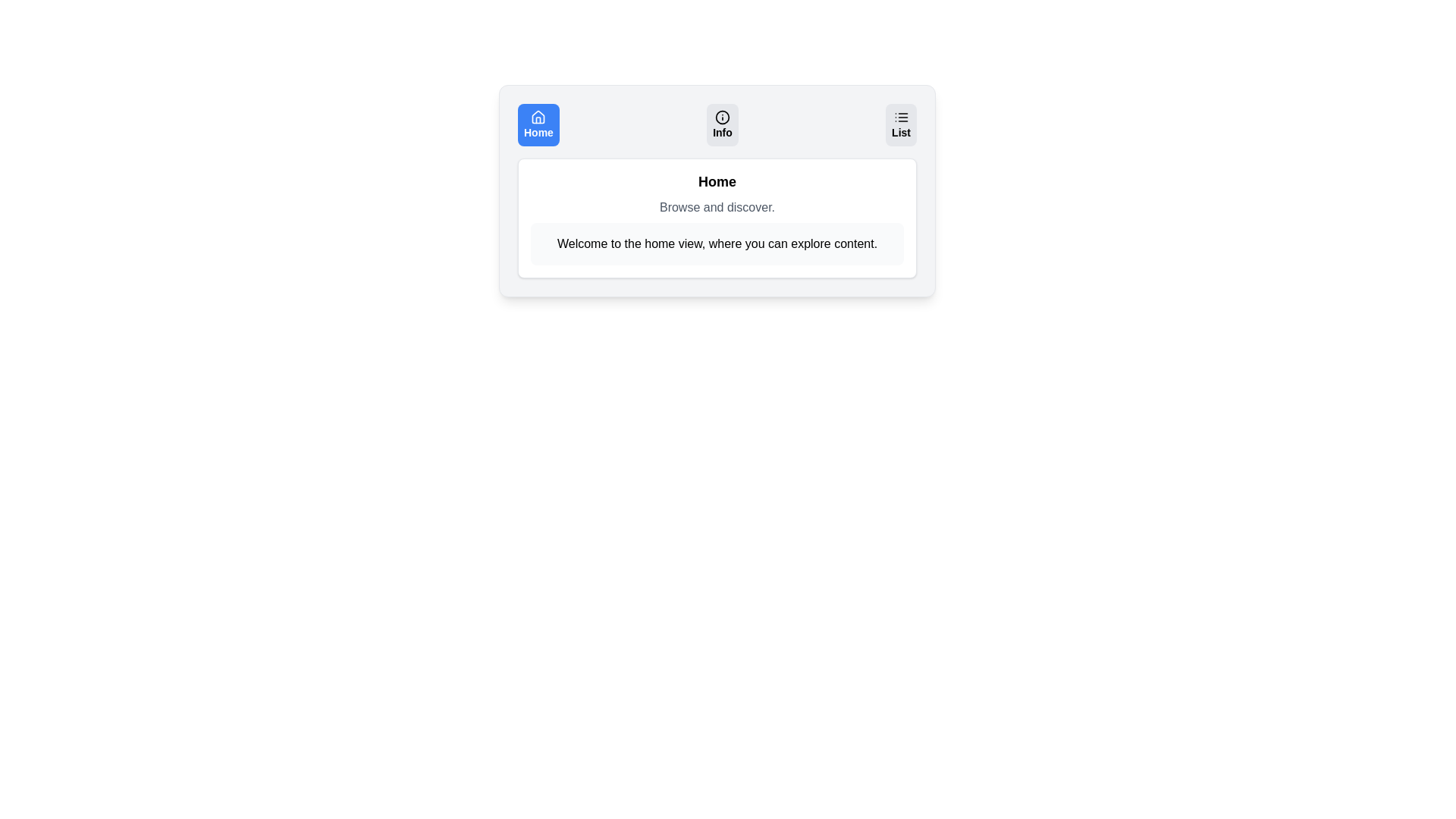 This screenshot has height=819, width=1456. Describe the element at coordinates (538, 116) in the screenshot. I see `the icon associated with the Home tab` at that location.